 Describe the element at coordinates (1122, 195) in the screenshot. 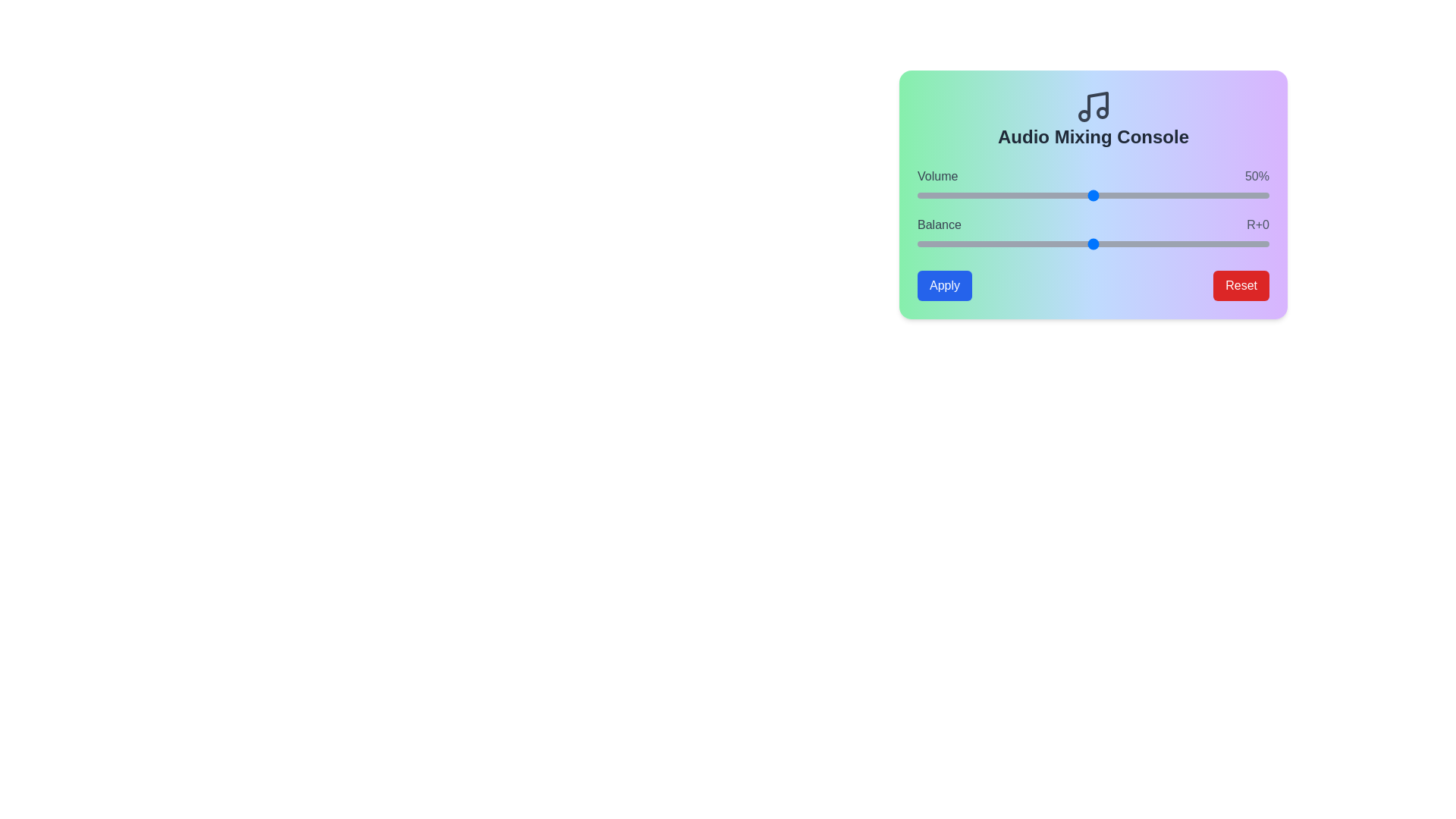

I see `the slider` at that location.